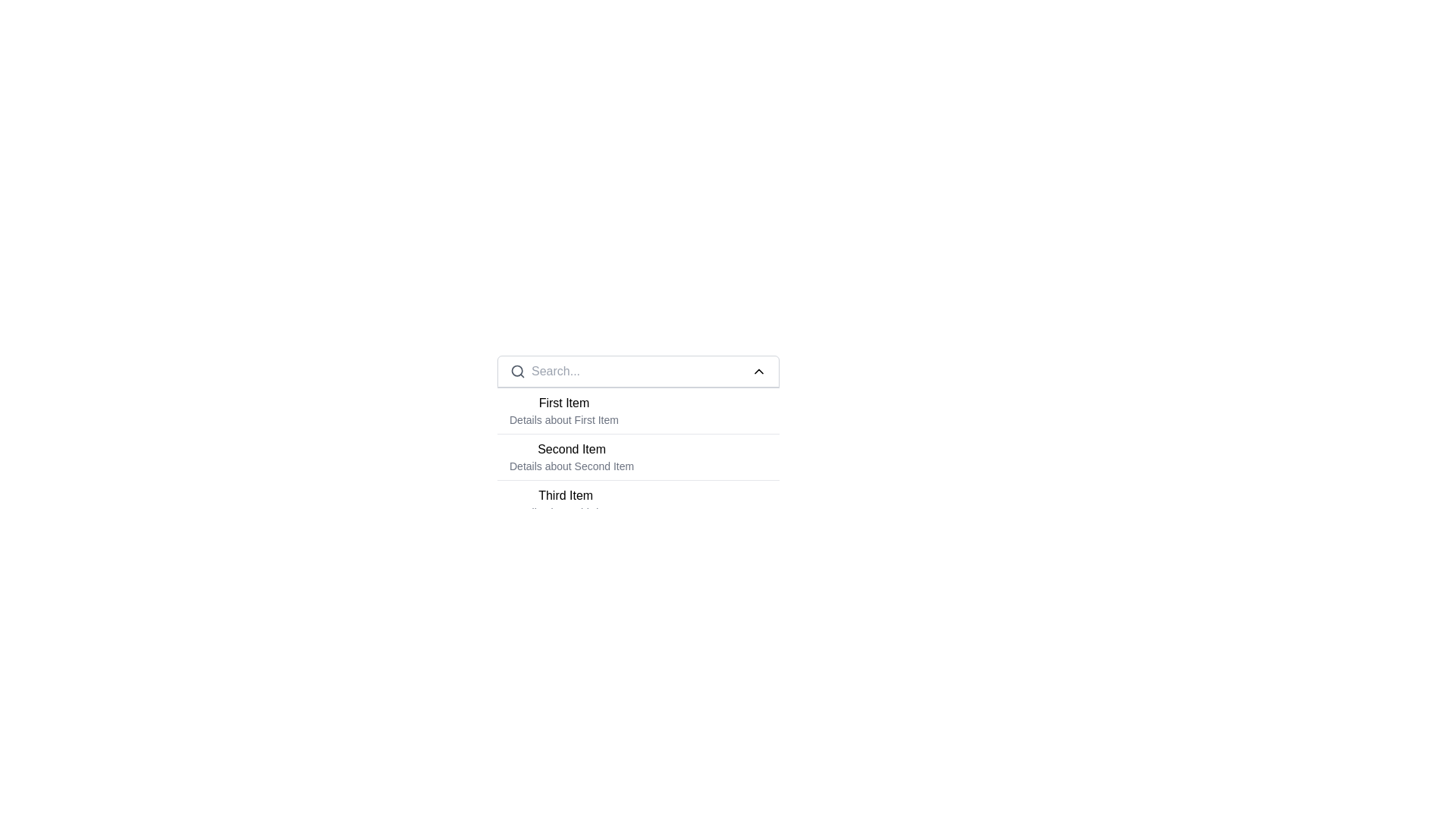 Image resolution: width=1456 pixels, height=819 pixels. Describe the element at coordinates (571, 465) in the screenshot. I see `text label that displays 'Details about Second Item', which is located beneath the bold header 'Second Item'` at that location.